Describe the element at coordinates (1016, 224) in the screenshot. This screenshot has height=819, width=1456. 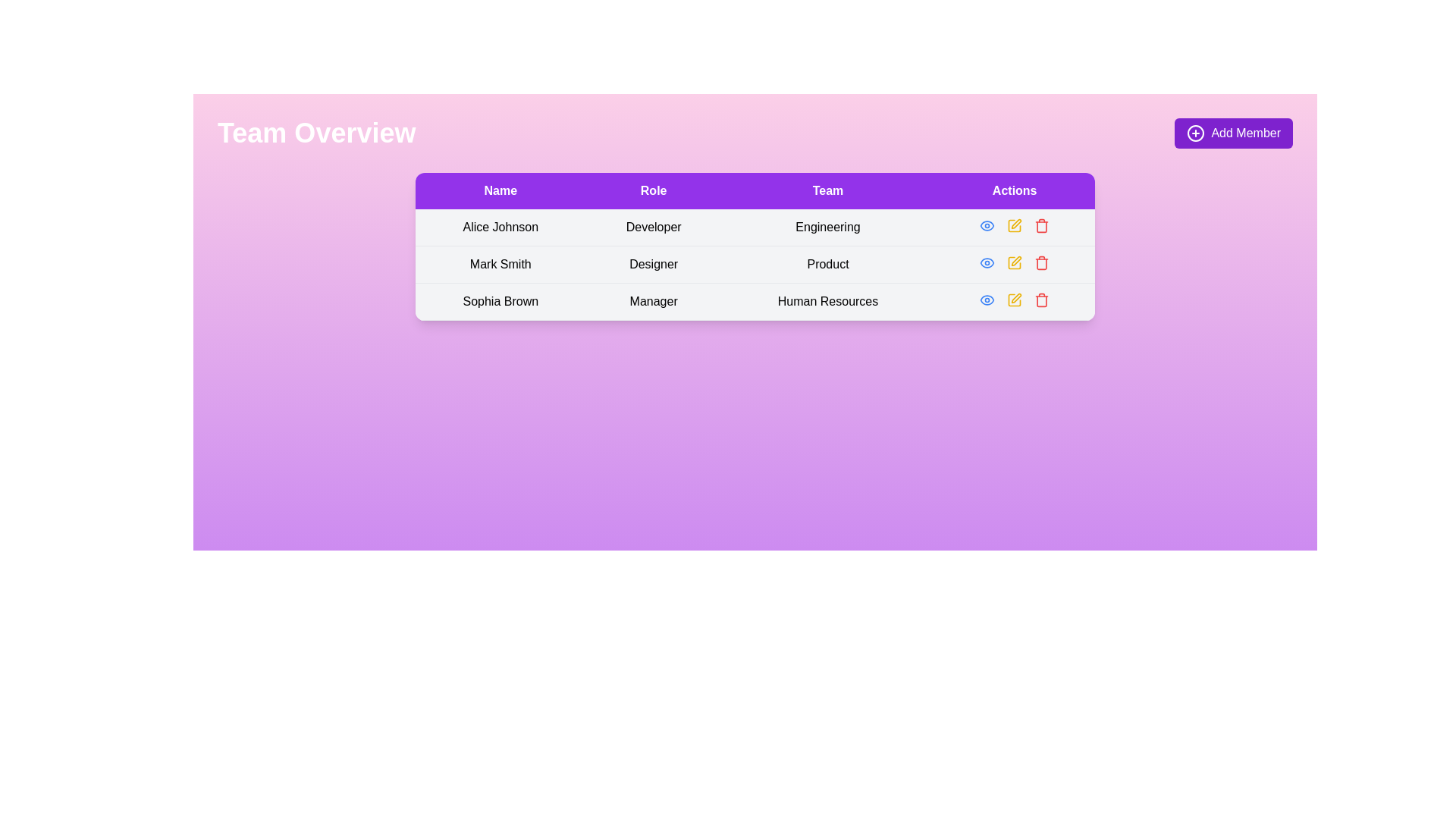
I see `the editing icon in the 'Actions' column of the table for 'Alice Johnson'` at that location.